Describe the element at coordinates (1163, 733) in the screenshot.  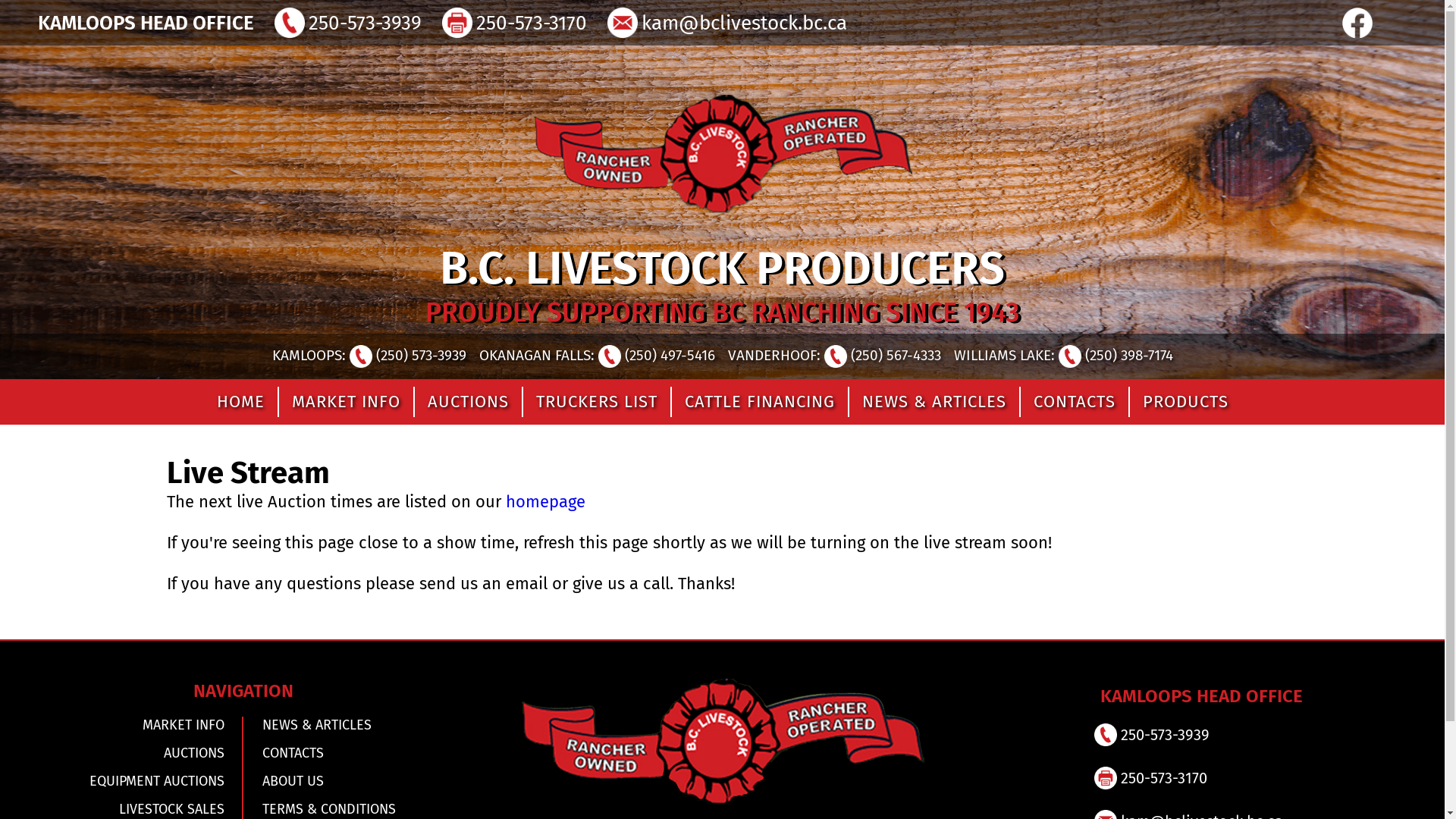
I see `'250-573-3939'` at that location.